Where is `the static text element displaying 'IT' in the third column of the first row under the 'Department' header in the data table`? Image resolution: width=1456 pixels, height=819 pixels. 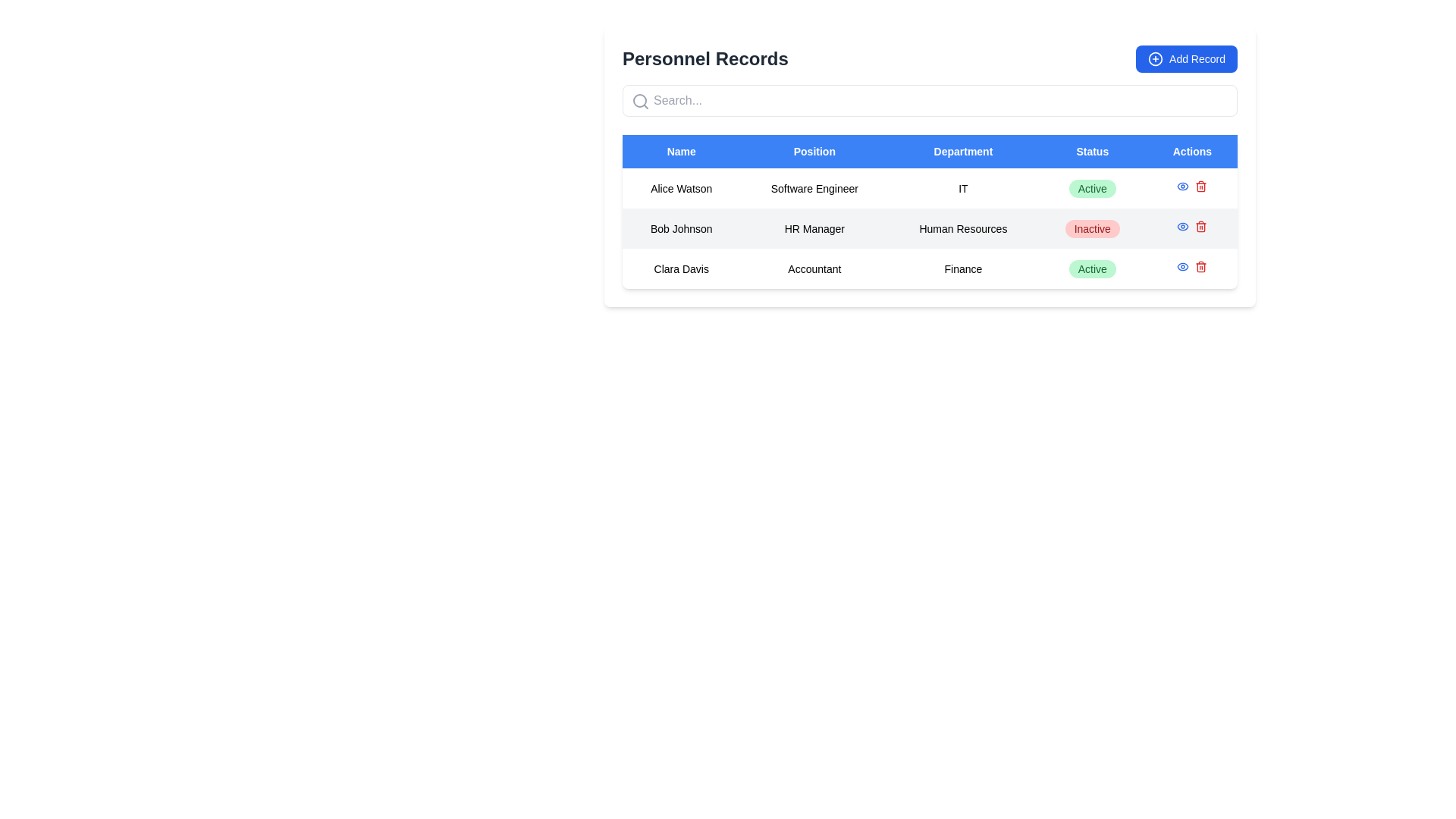
the static text element displaying 'IT' in the third column of the first row under the 'Department' header in the data table is located at coordinates (962, 187).